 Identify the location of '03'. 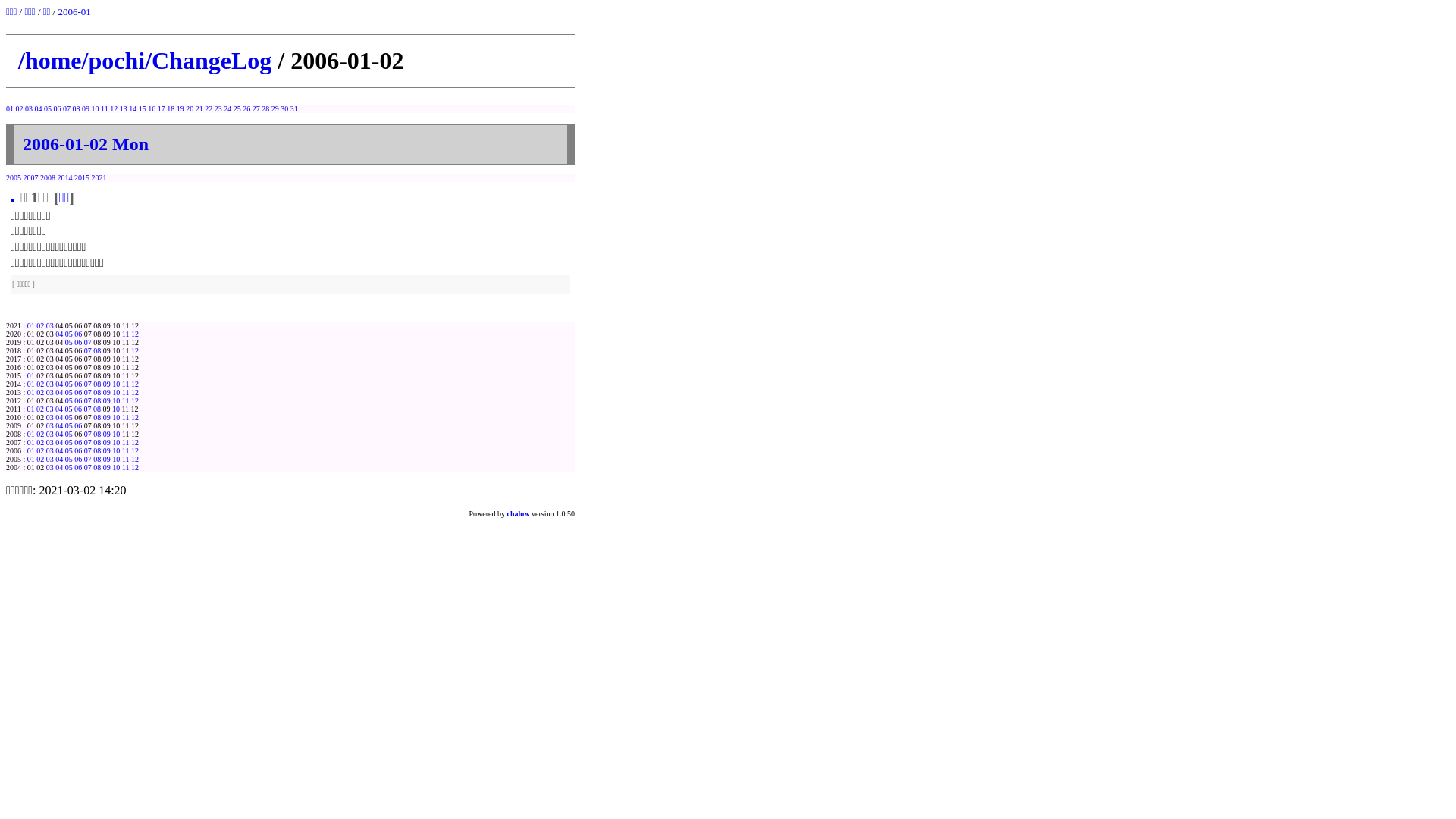
(46, 466).